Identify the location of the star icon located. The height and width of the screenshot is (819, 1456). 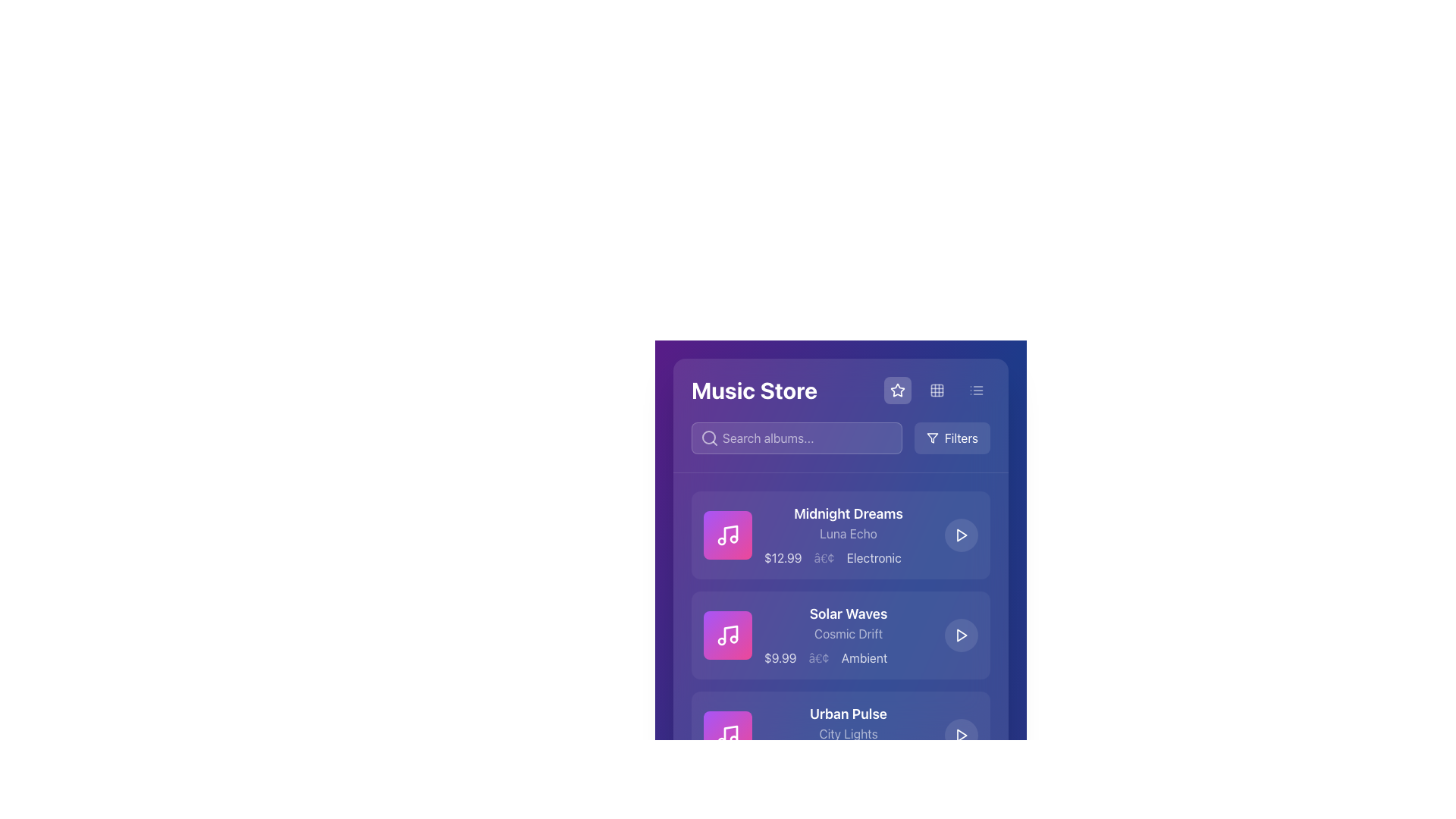
(898, 390).